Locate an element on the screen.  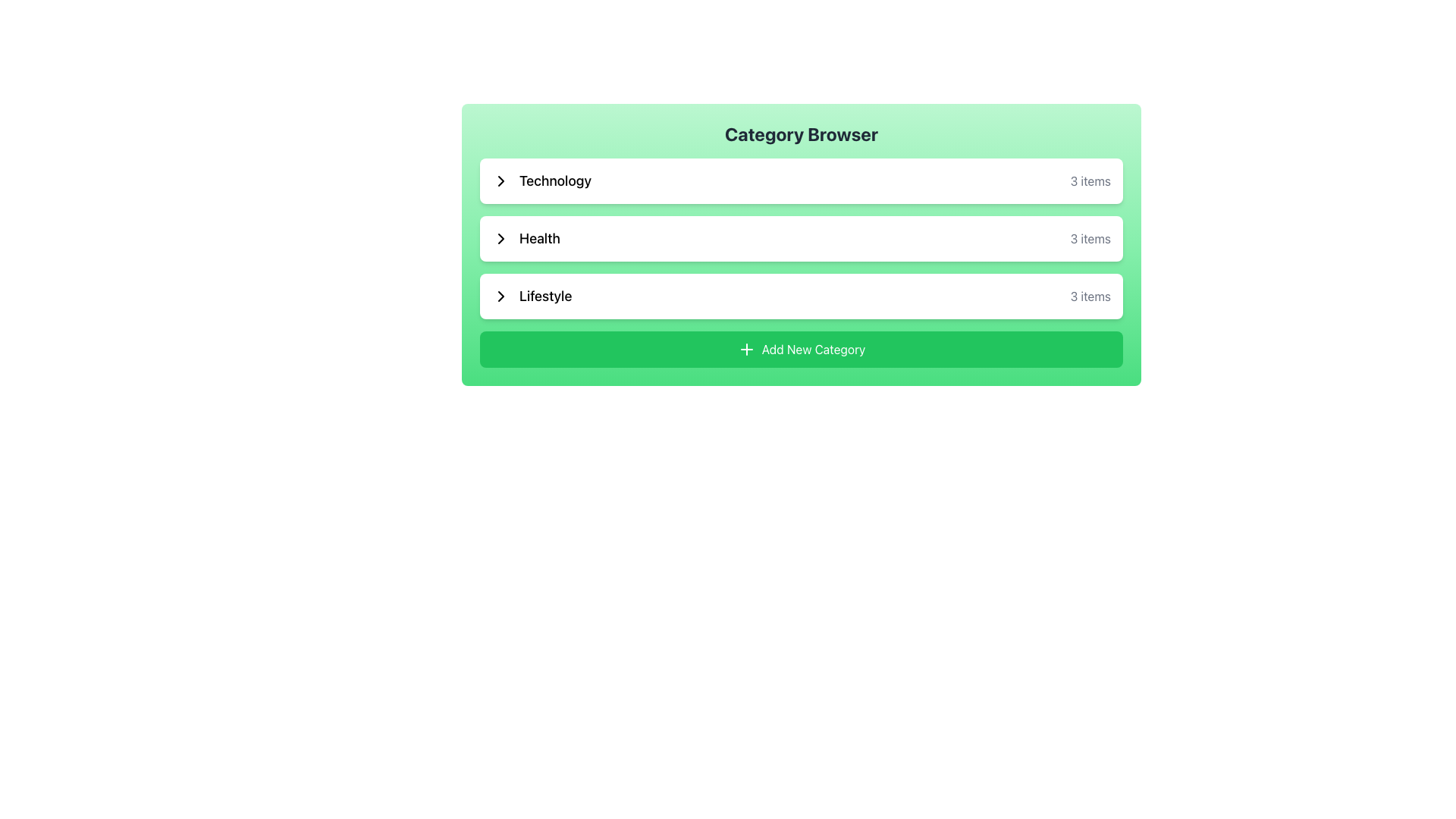
the 'Health' category list item in the 'Category Browser' is located at coordinates (800, 239).